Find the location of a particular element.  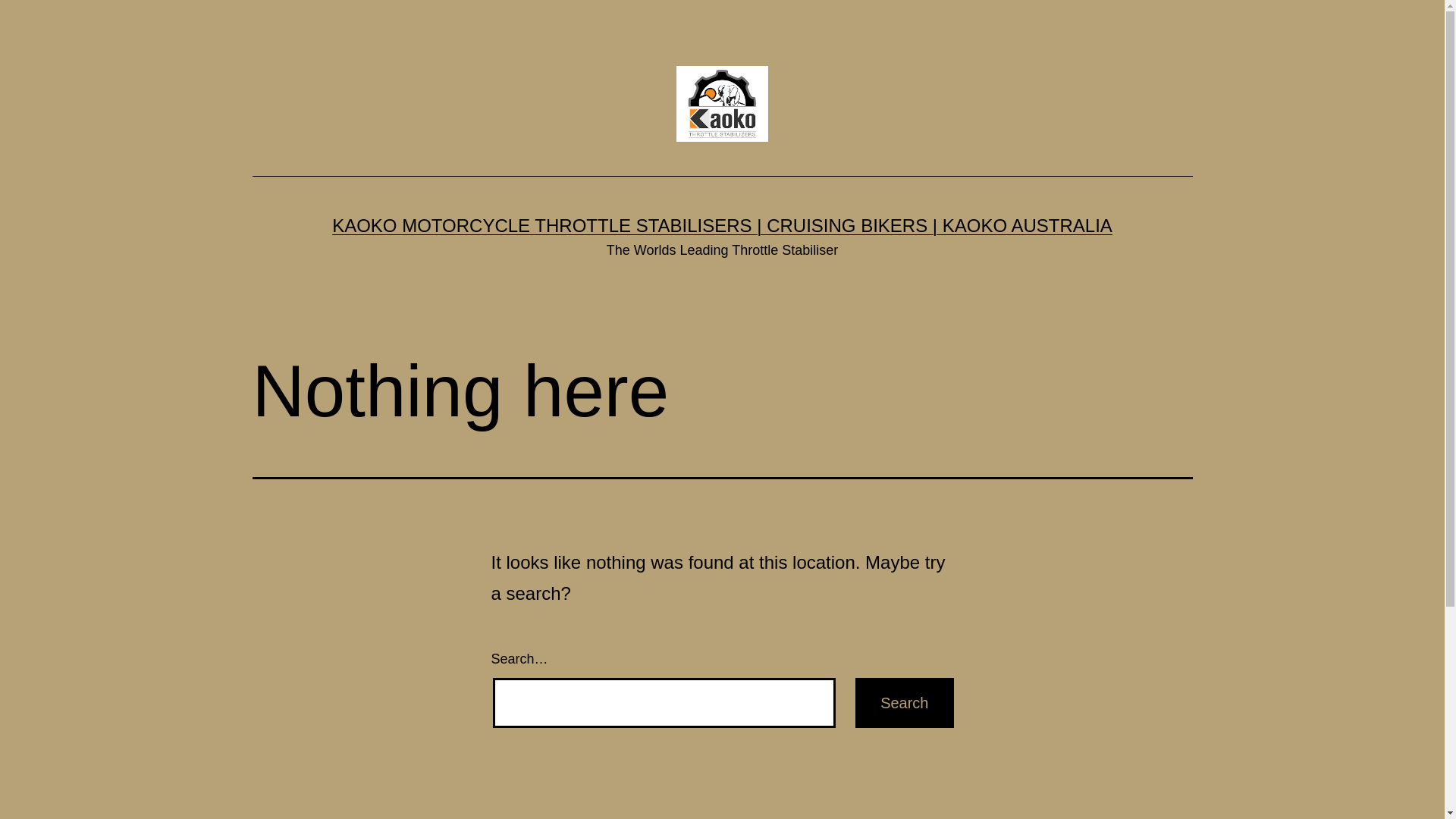

'Search' is located at coordinates (904, 702).